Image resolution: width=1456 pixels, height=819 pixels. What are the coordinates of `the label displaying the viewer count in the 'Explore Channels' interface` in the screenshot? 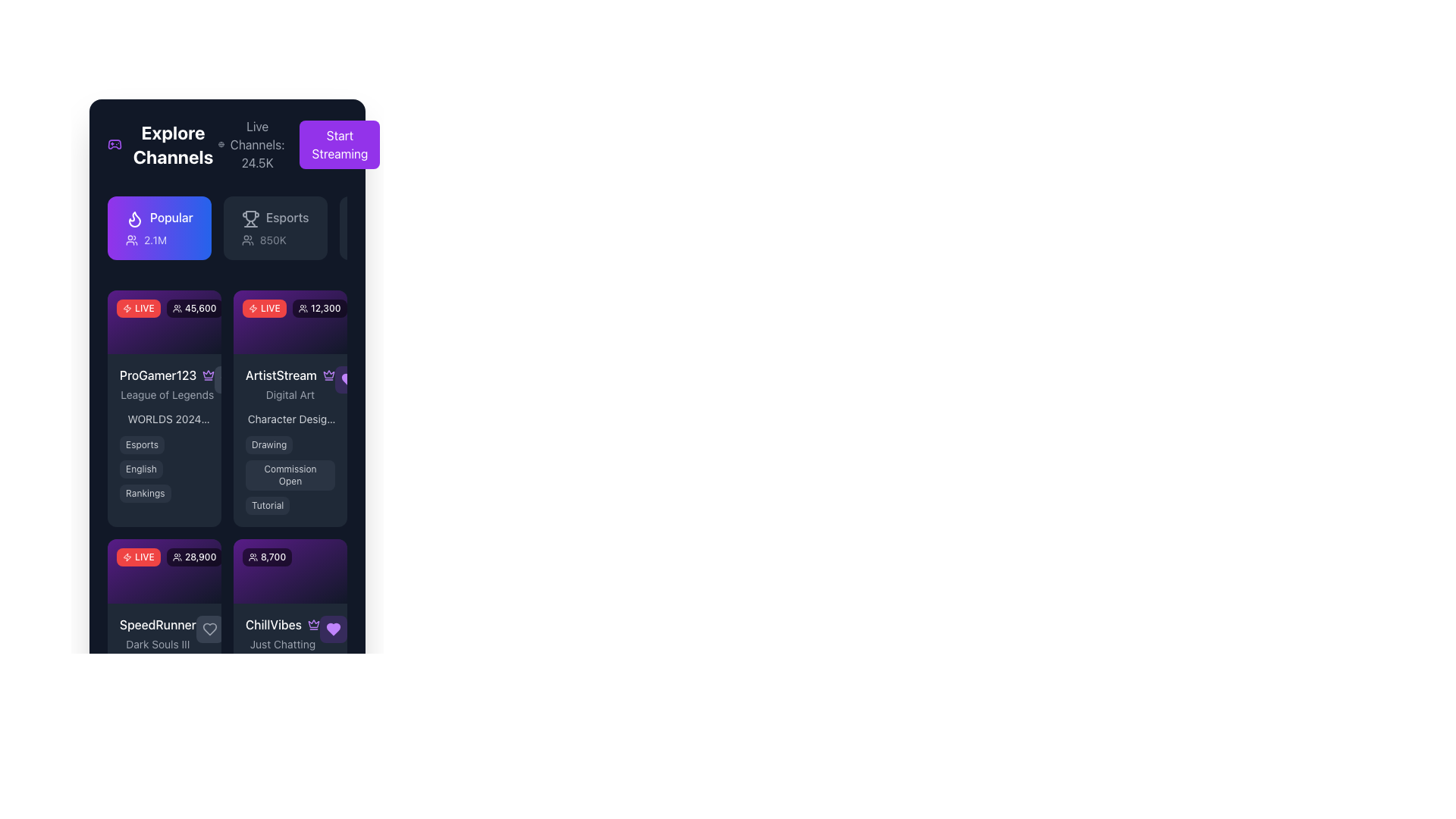 It's located at (193, 308).